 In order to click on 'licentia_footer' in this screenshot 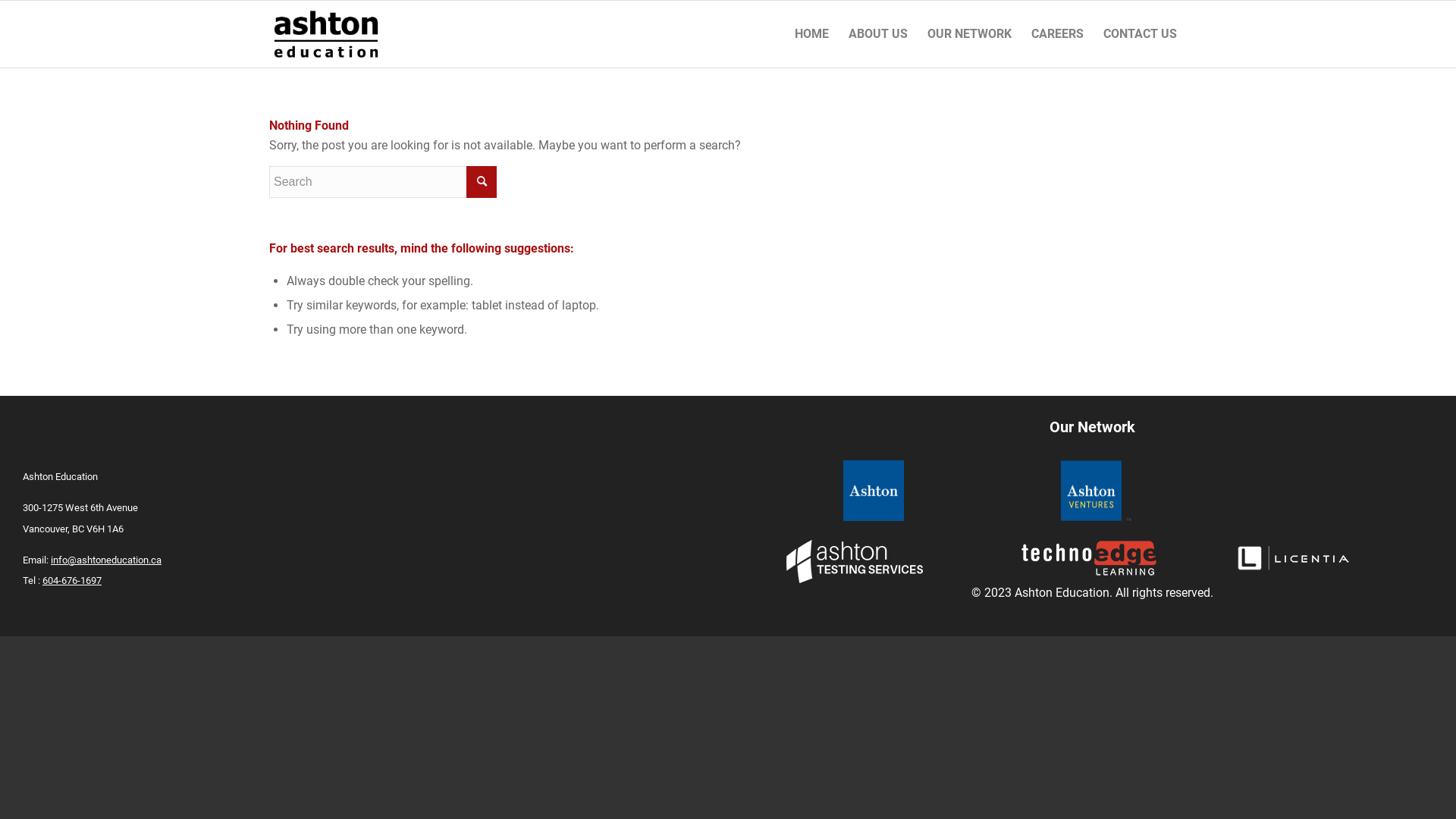, I will do `click(1291, 558)`.